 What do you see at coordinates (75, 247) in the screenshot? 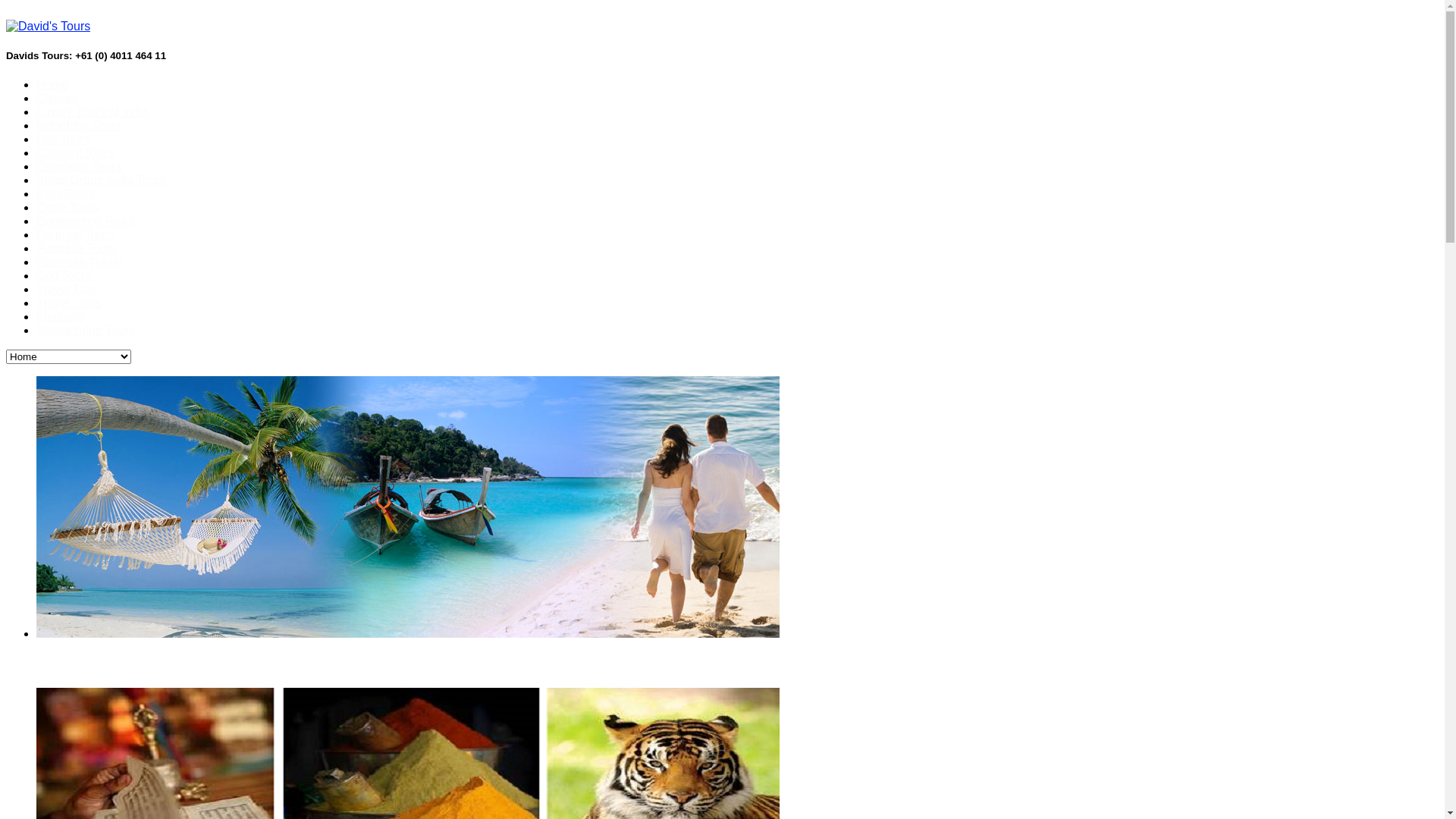
I see `'Australia Tours'` at bounding box center [75, 247].